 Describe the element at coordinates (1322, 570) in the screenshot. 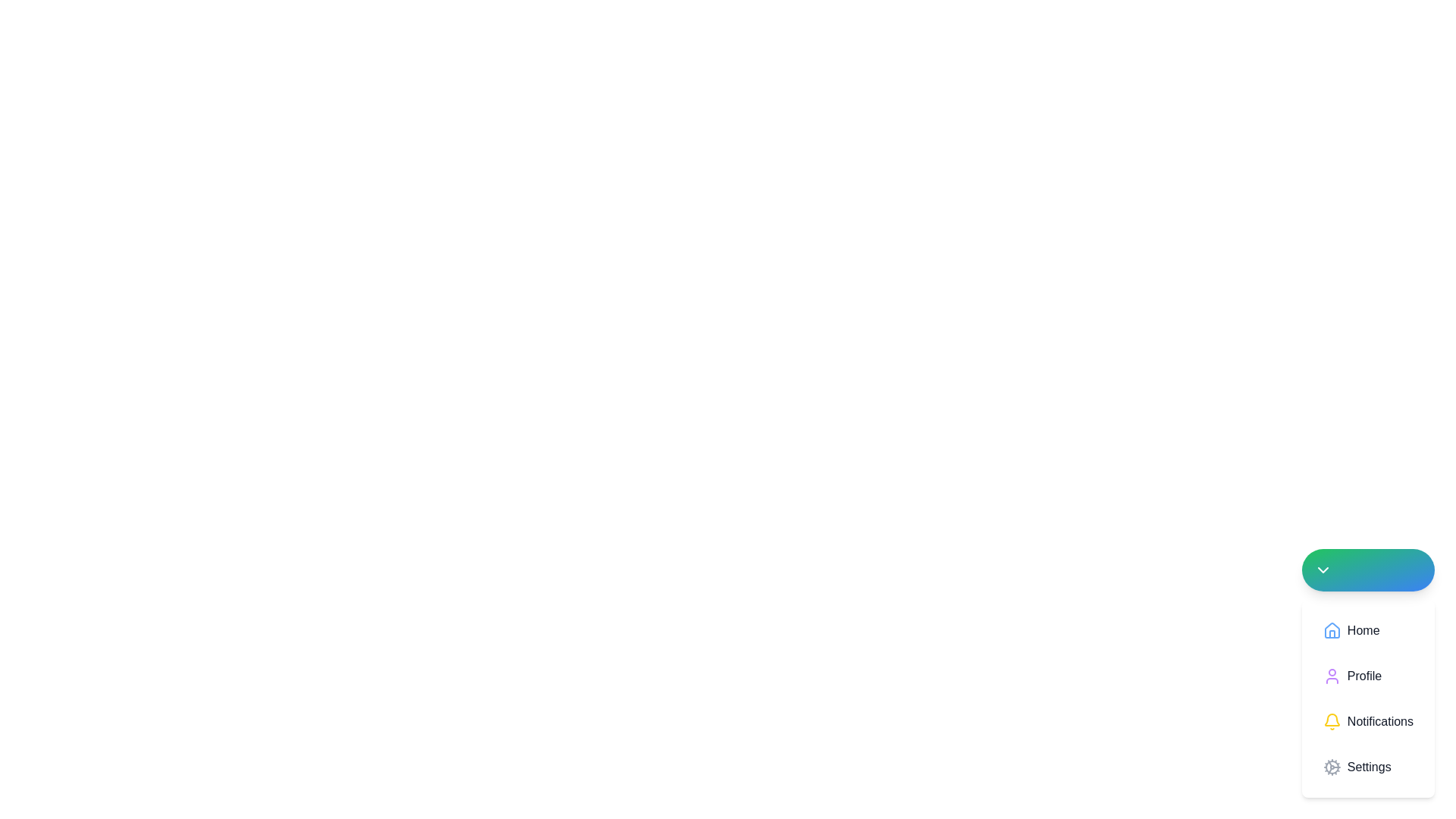

I see `the Chevron Down icon within the circular button located in the bottom-right corner of the interface for a visual response` at that location.